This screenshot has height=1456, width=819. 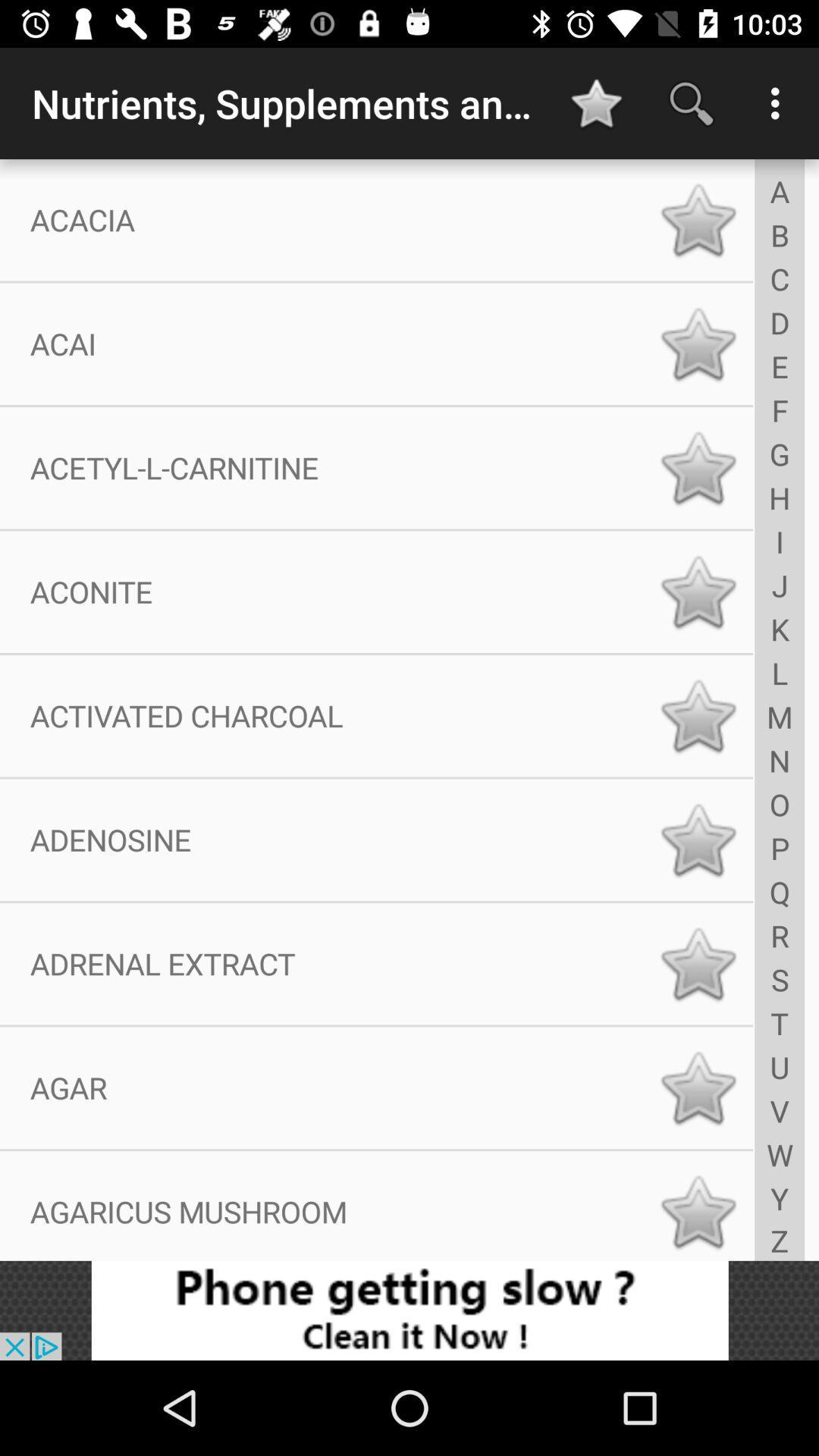 What do you see at coordinates (409, 1310) in the screenshot?
I see `advertisement` at bounding box center [409, 1310].